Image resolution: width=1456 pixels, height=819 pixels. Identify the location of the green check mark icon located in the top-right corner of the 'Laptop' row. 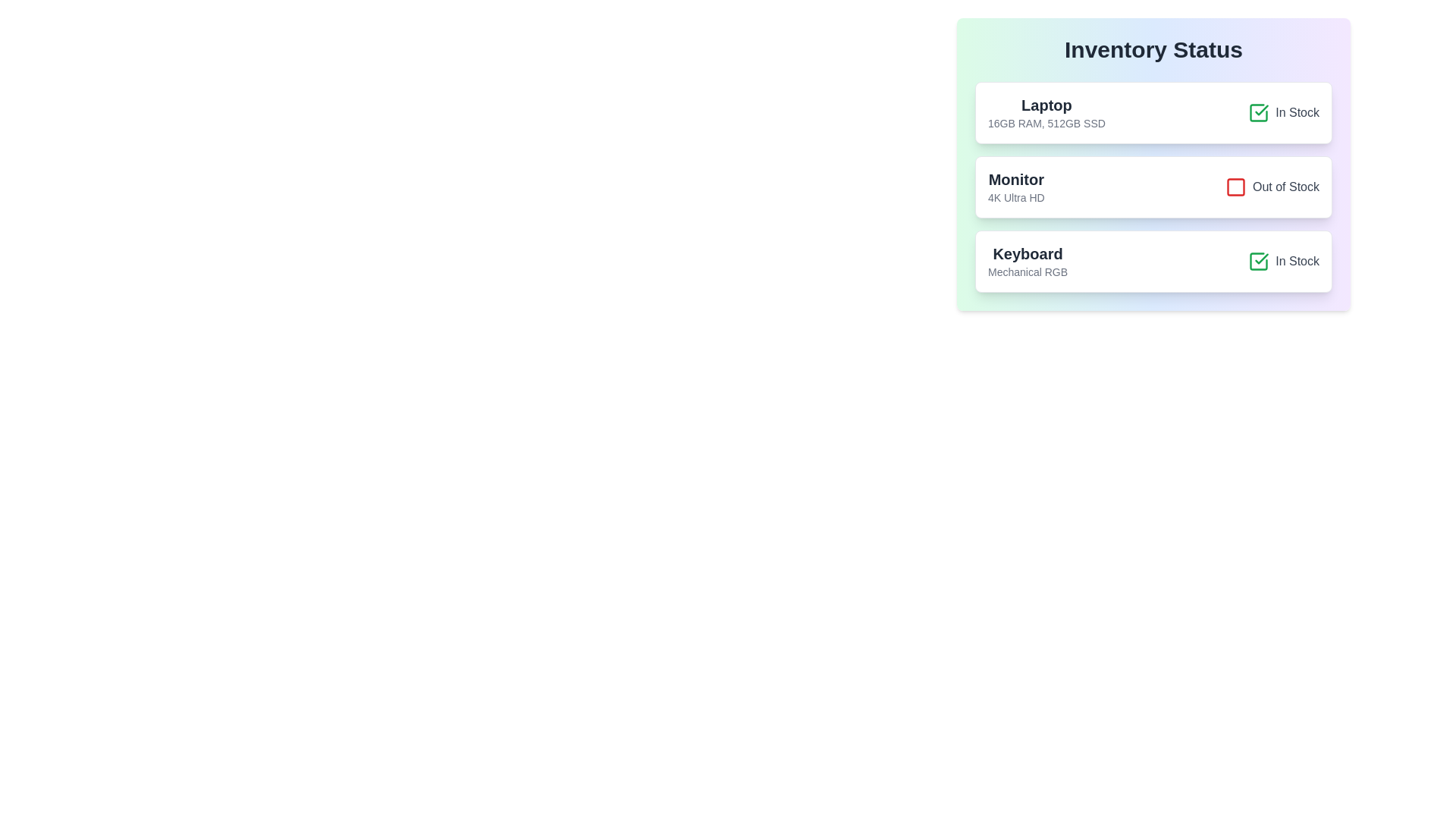
(1259, 112).